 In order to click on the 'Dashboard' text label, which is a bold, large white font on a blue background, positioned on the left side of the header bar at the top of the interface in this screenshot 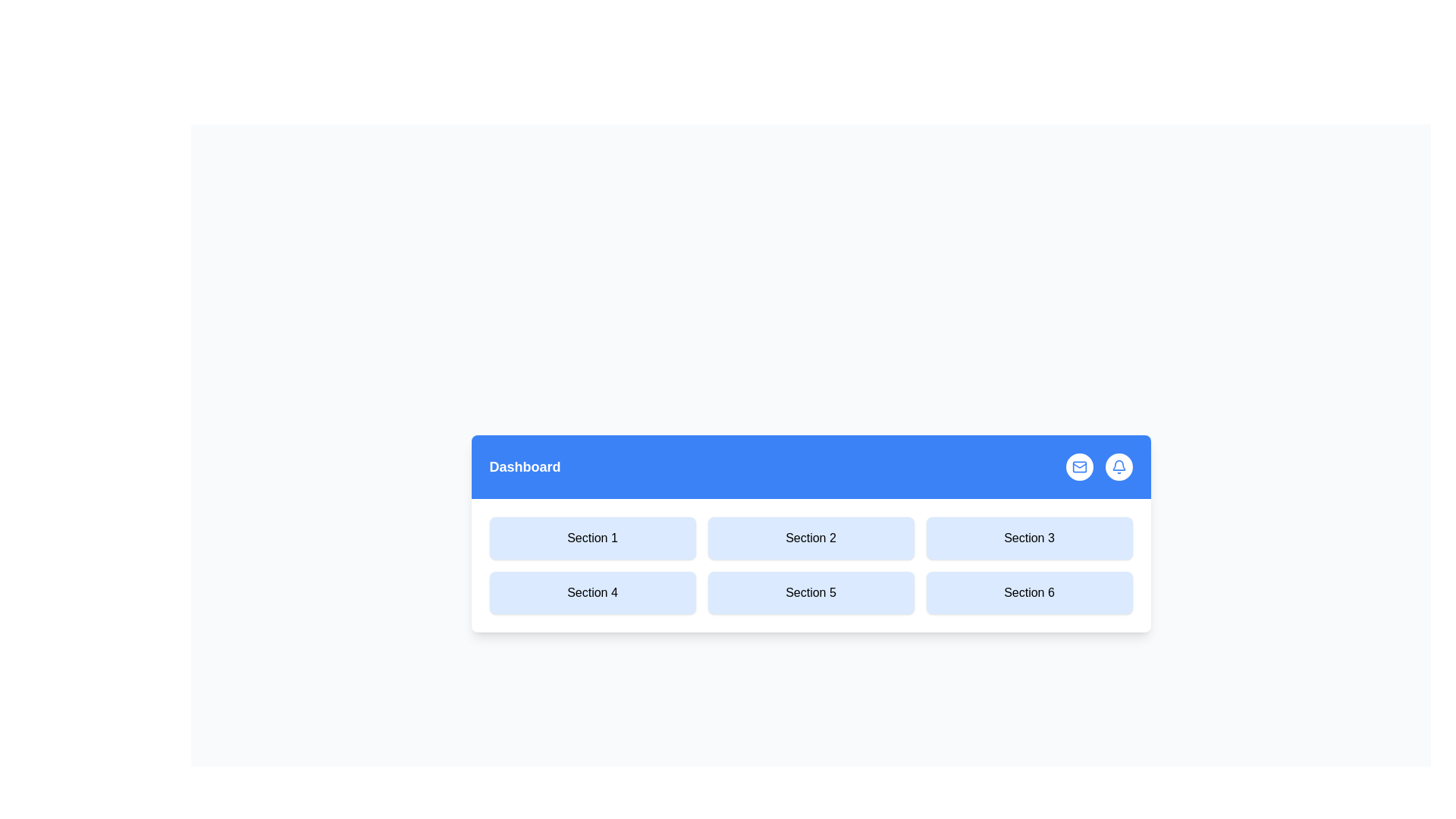, I will do `click(525, 466)`.